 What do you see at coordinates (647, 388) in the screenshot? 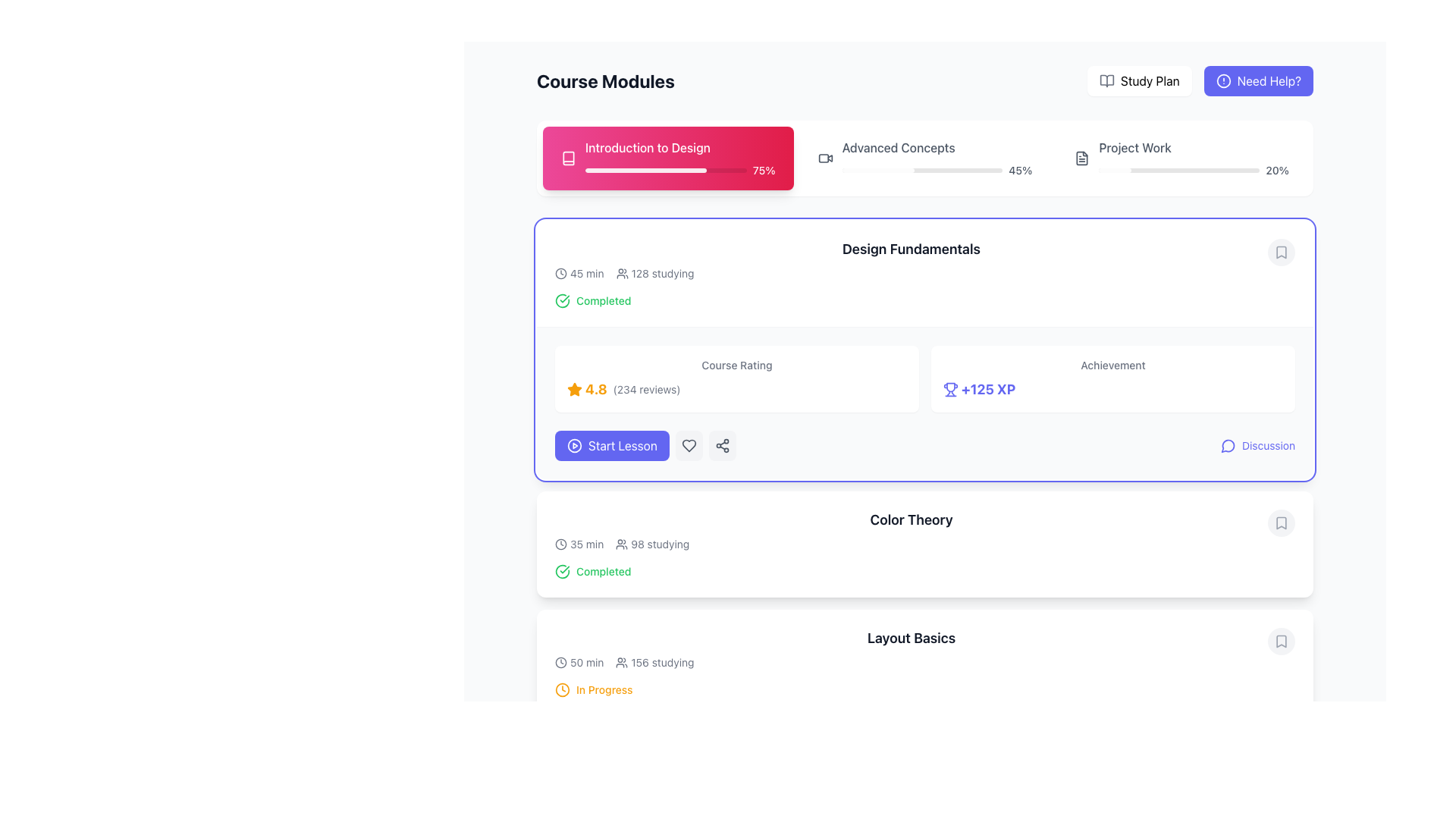
I see `the Text Label indicating the total number of reviews for the course rating, positioned to the right of the '4.8' rating` at bounding box center [647, 388].